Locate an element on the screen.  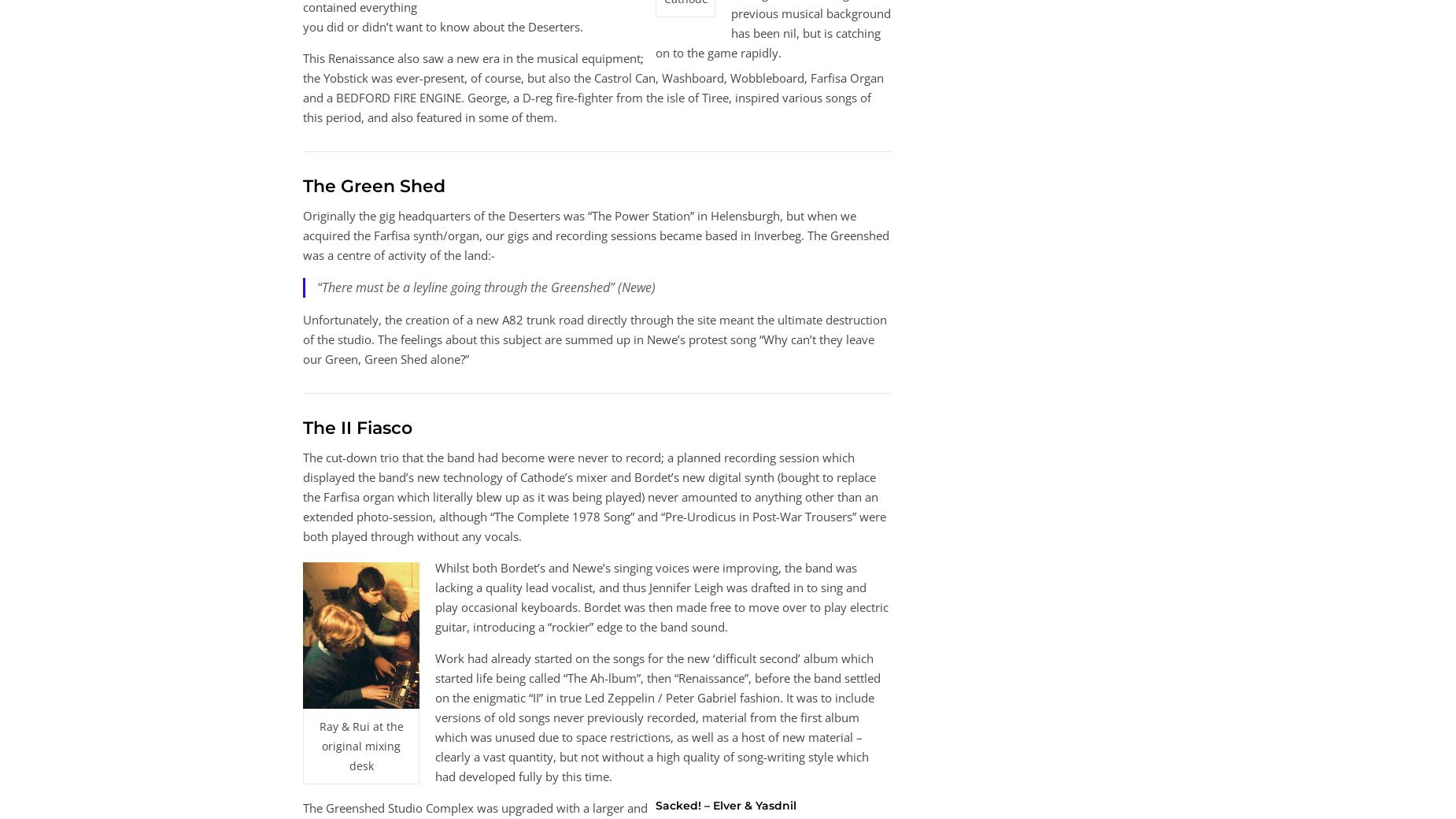
'This Renaissance also saw a new era in the musical equipment; the Yobstick was ever-present, of course, but also the Castrol Can, Washboard, Wobbleboard, Farfisa Organ and a BEDFORD FIRE ENGINE. George, a D-reg fire-fighter from the isle of Tiree, inspired various songs of this period, and also featured in some of them.' is located at coordinates (301, 86).